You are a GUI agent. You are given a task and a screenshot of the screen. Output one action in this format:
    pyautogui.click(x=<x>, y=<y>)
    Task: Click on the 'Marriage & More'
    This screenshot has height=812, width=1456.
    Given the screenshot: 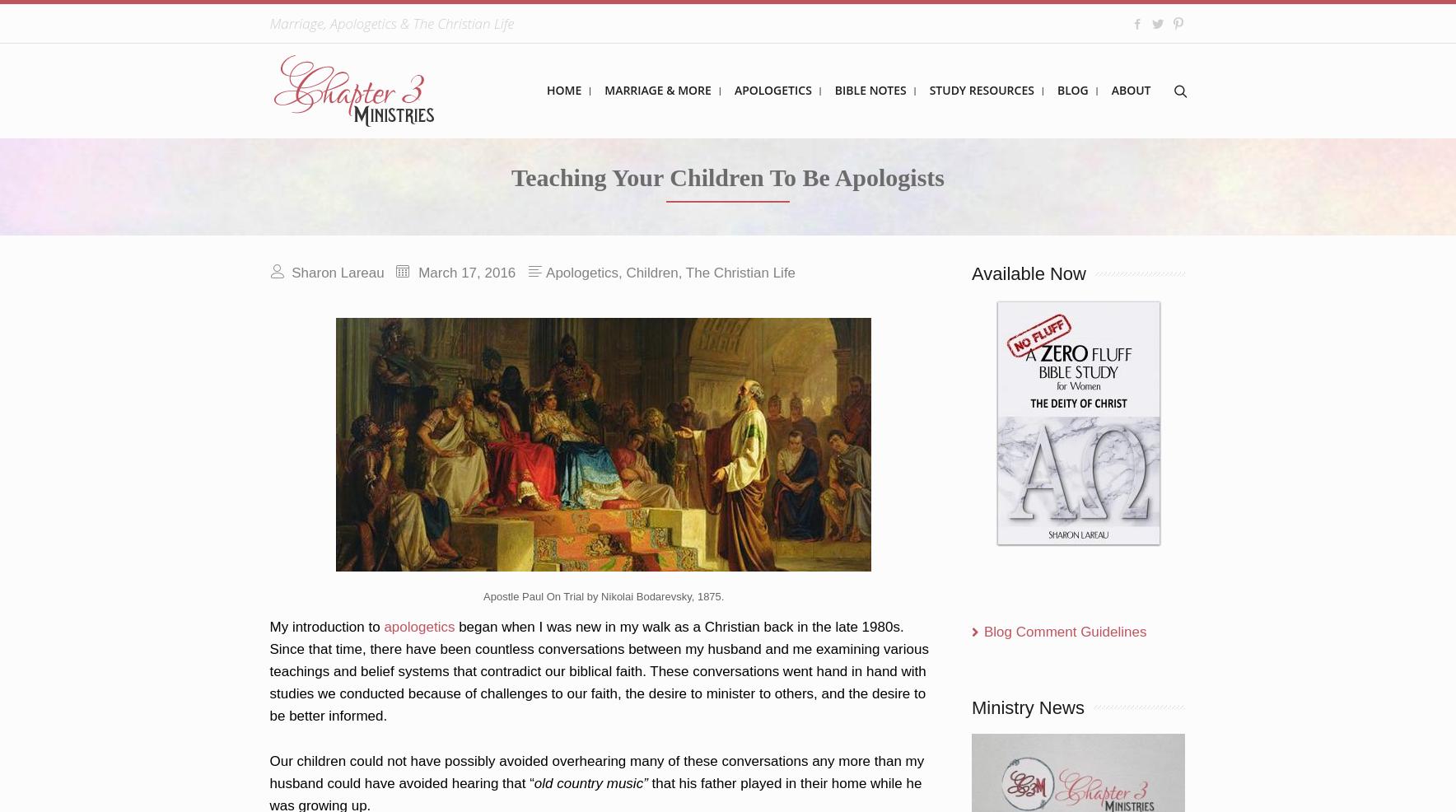 What is the action you would take?
    pyautogui.click(x=604, y=90)
    